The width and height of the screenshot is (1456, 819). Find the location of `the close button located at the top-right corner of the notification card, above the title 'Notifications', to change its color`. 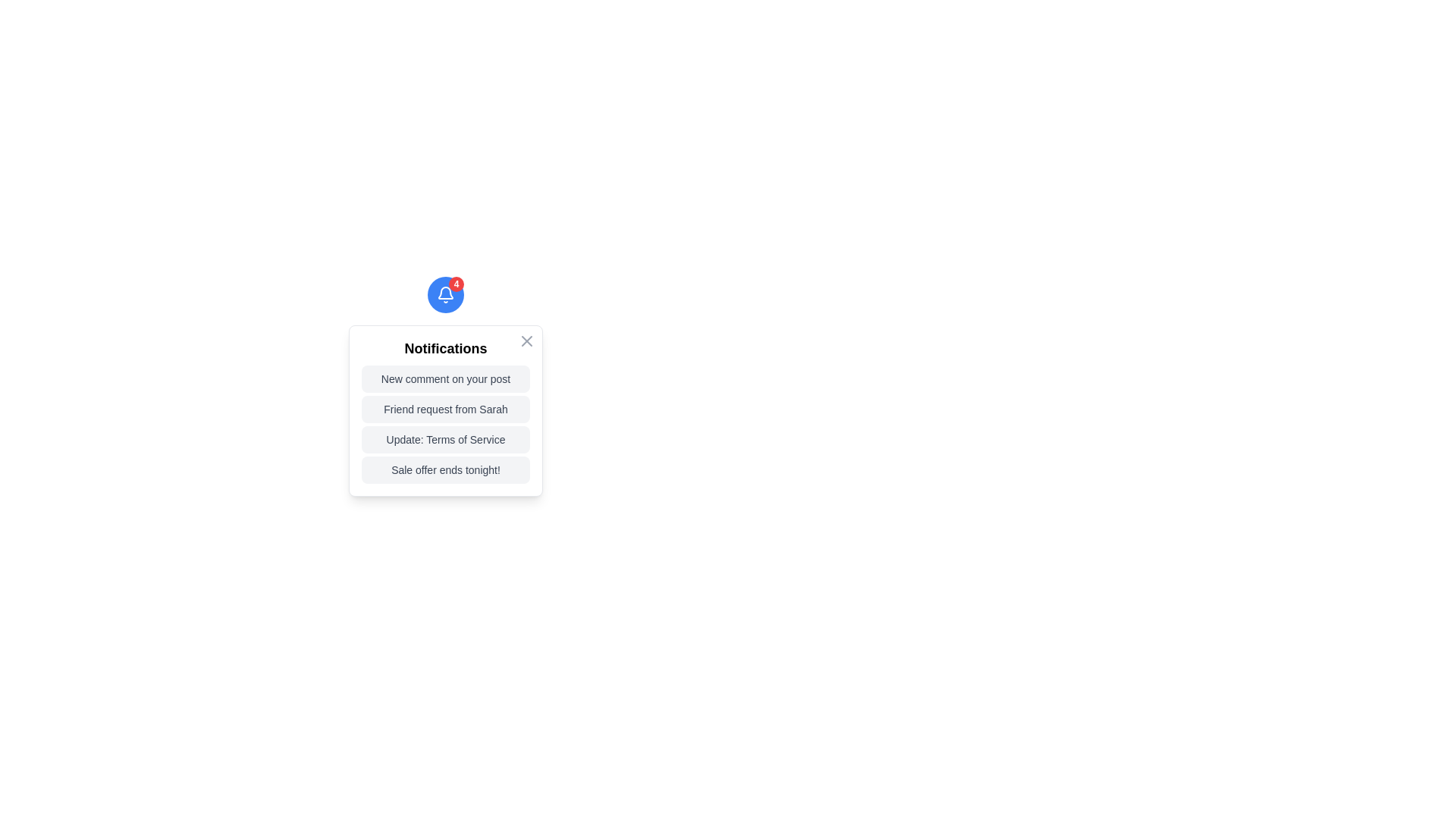

the close button located at the top-right corner of the notification card, above the title 'Notifications', to change its color is located at coordinates (527, 341).